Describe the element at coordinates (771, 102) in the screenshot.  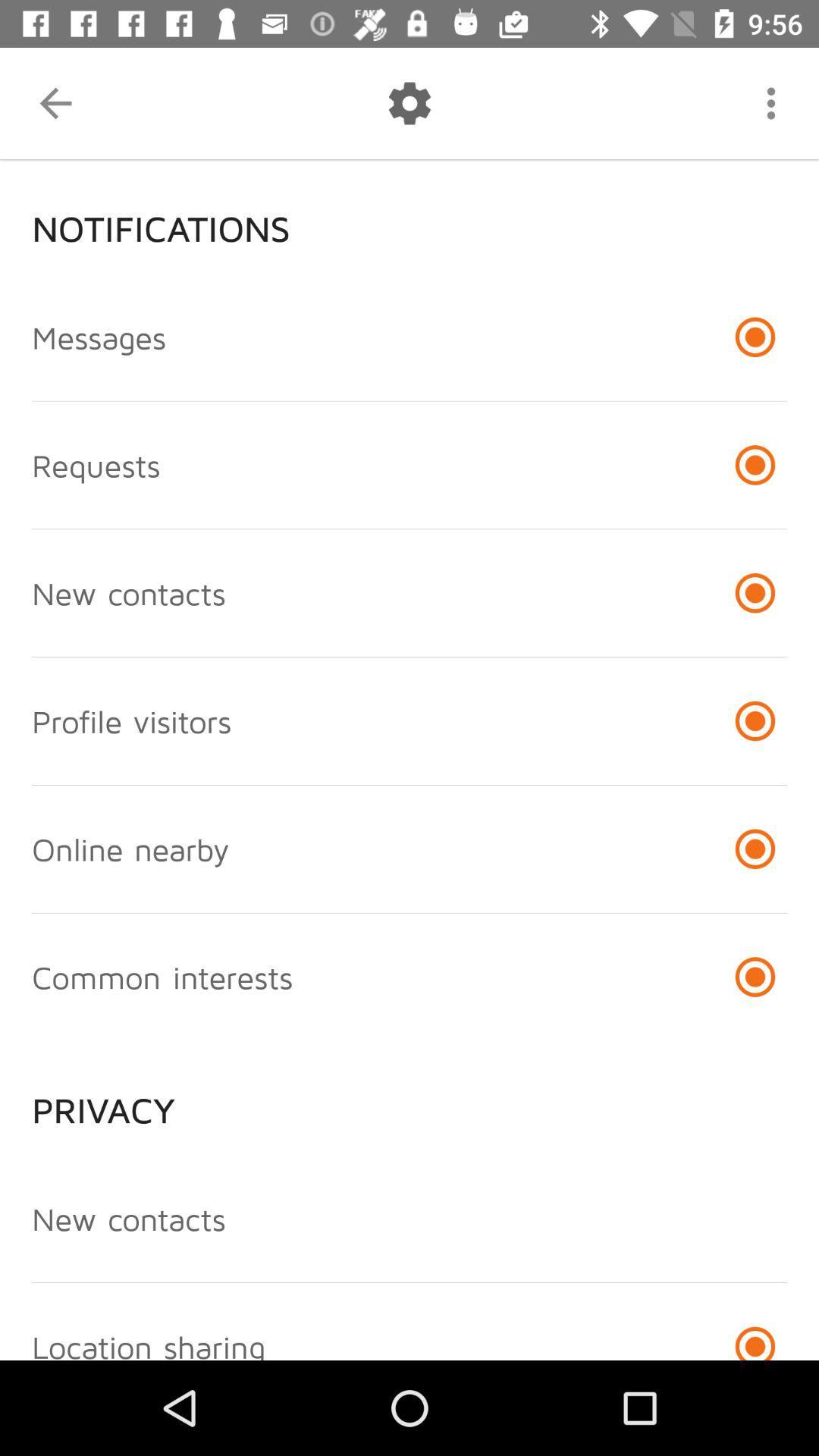
I see `the icon above notifications item` at that location.